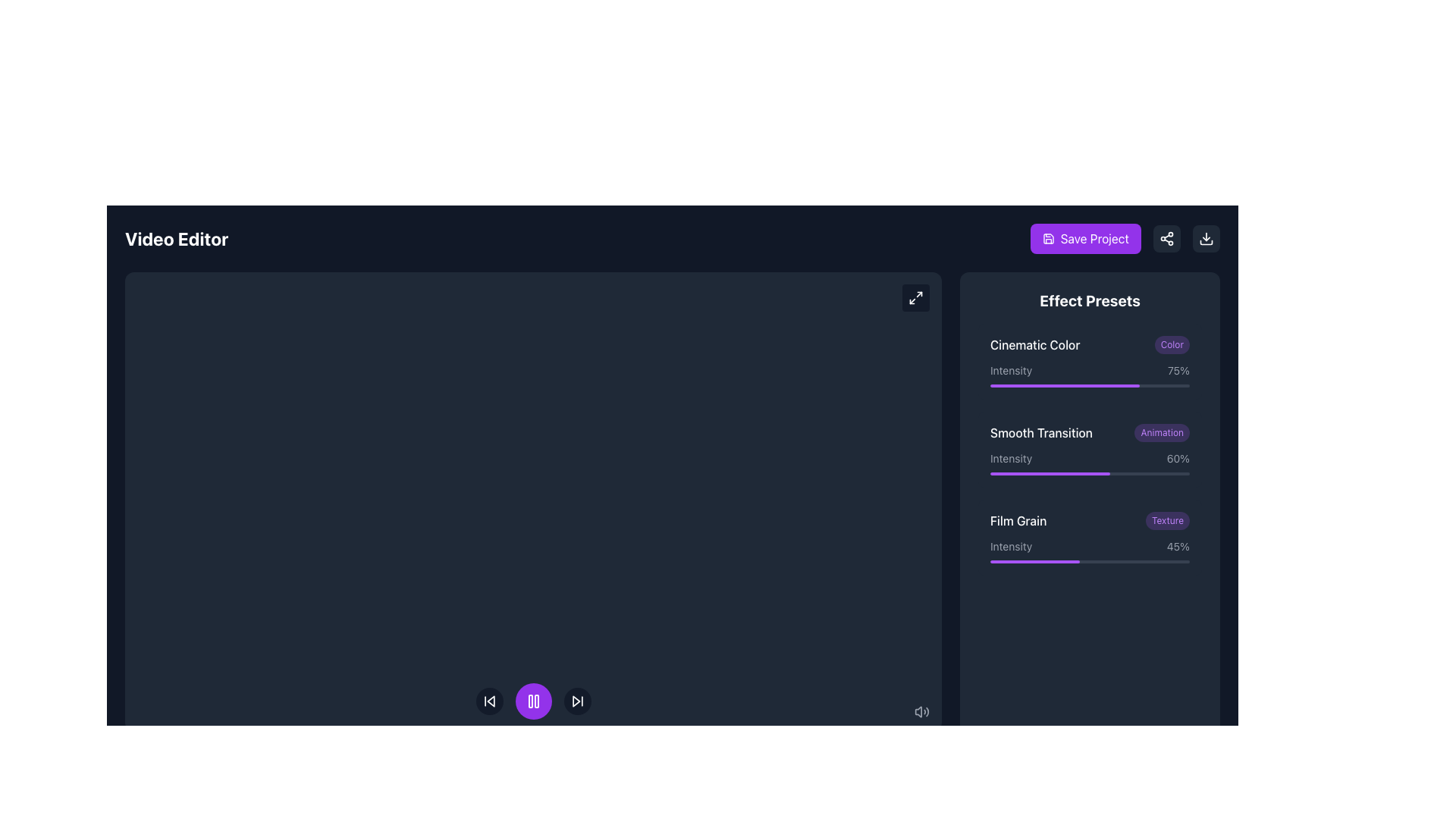 Image resolution: width=1456 pixels, height=819 pixels. What do you see at coordinates (576, 701) in the screenshot?
I see `the forward arrow icon within the circular button, which is the rightmost in the group of control buttons near the lower center of the interface` at bounding box center [576, 701].